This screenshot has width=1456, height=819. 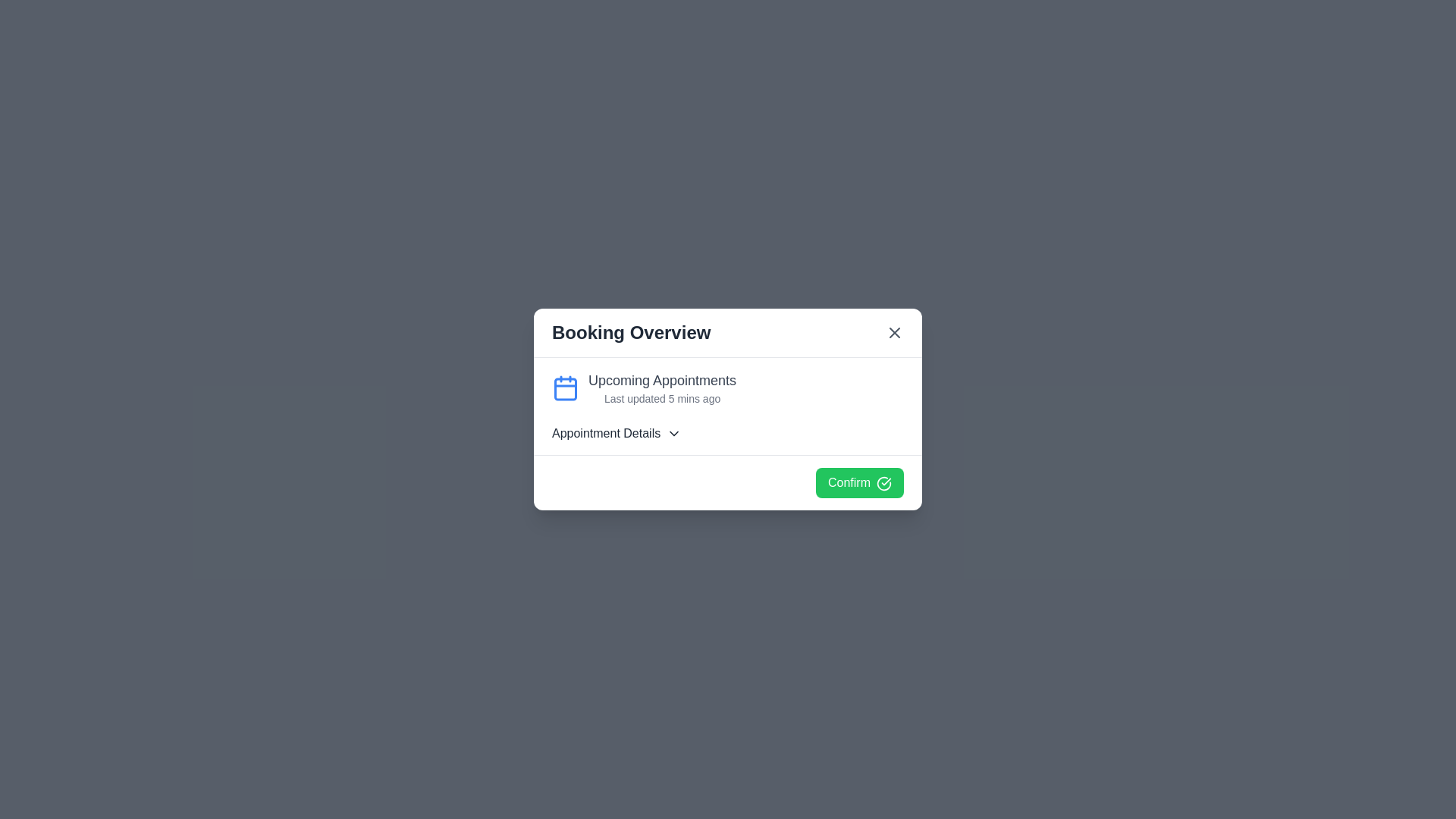 What do you see at coordinates (673, 433) in the screenshot?
I see `the chevron-shaped dropdown toggle icon located to the right of the 'Appointment Details' text` at bounding box center [673, 433].